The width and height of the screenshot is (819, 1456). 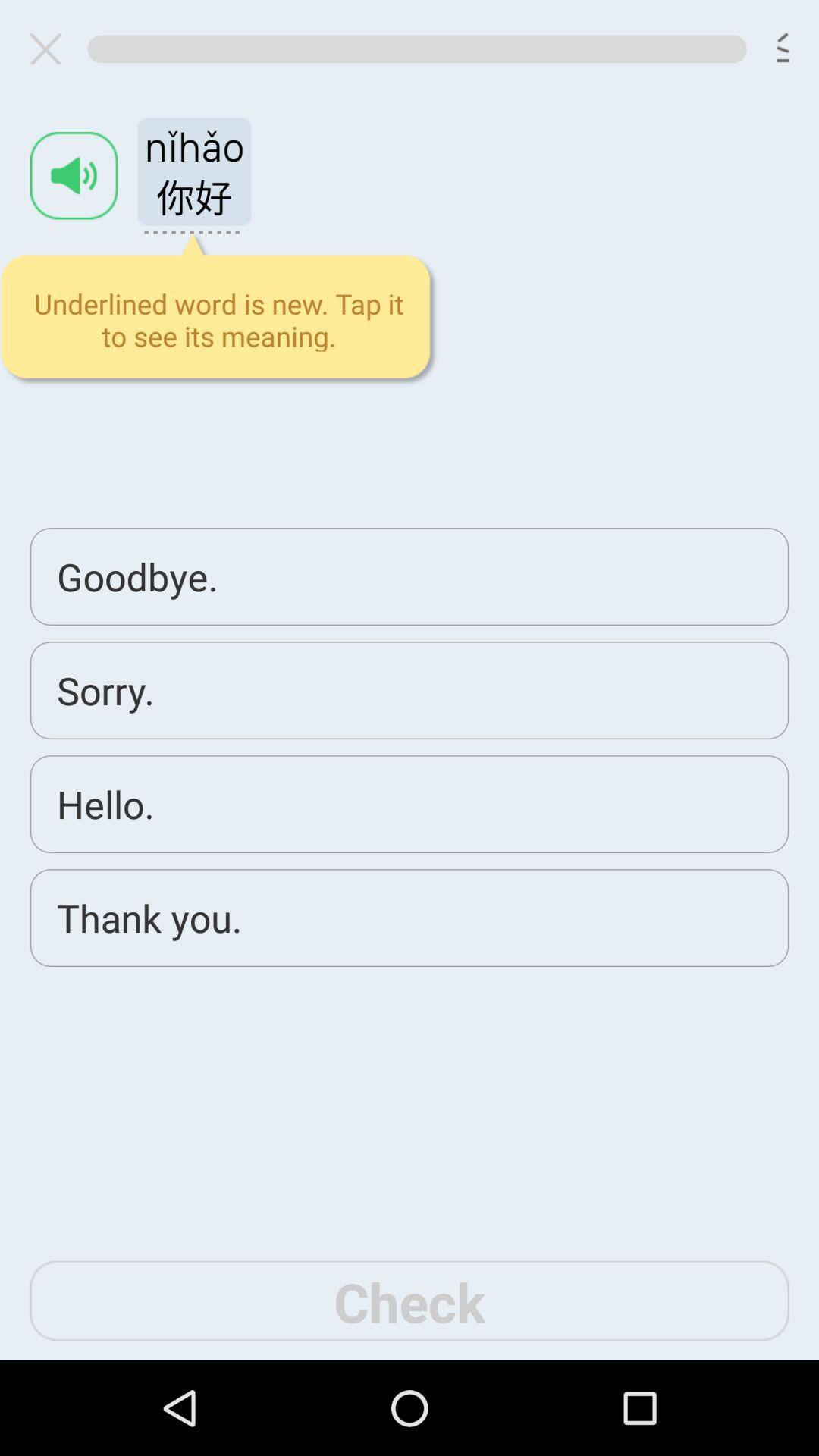 I want to click on section, so click(x=51, y=49).